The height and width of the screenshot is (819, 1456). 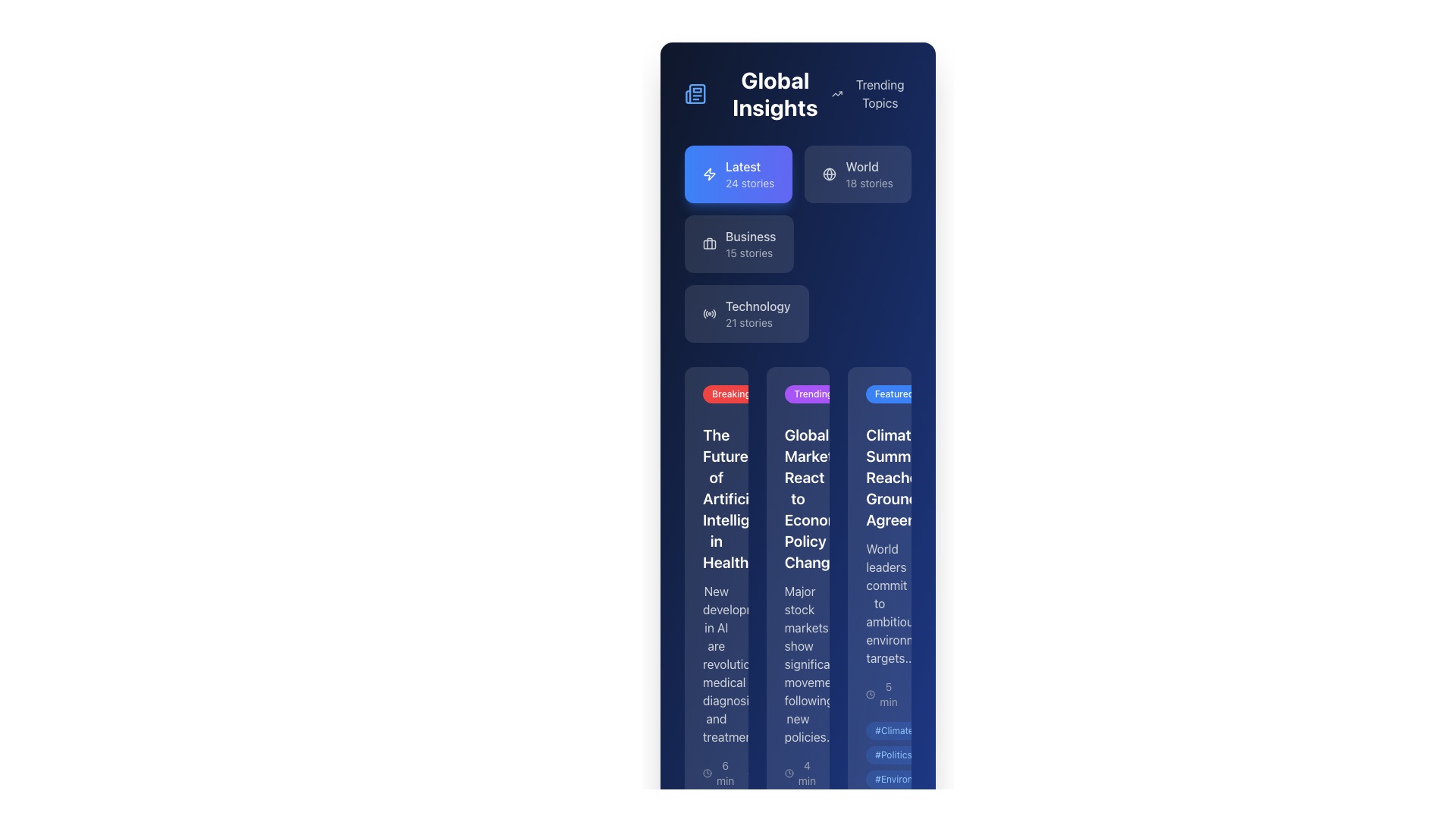 I want to click on the SVG circle that represents the frame of the clock icon located in the bottom left of the news article details column, so click(x=707, y=773).